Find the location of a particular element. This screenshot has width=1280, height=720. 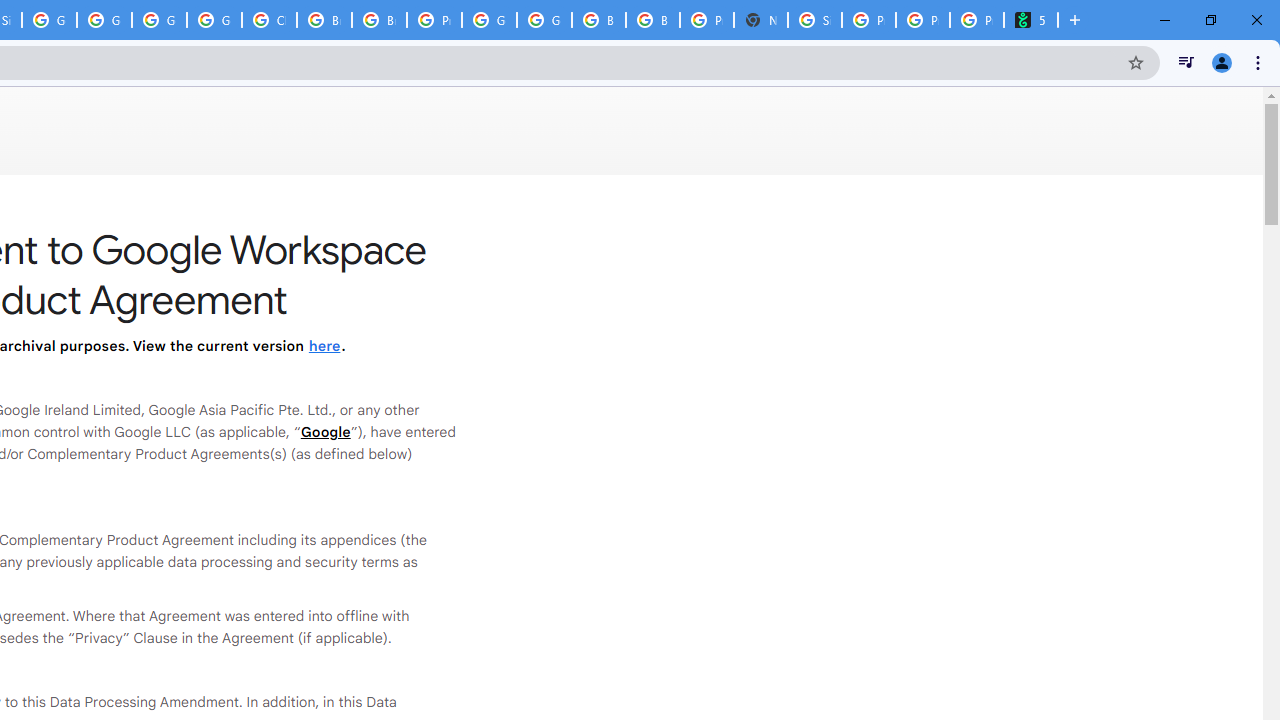

'Google Cloud Platform' is located at coordinates (489, 20).